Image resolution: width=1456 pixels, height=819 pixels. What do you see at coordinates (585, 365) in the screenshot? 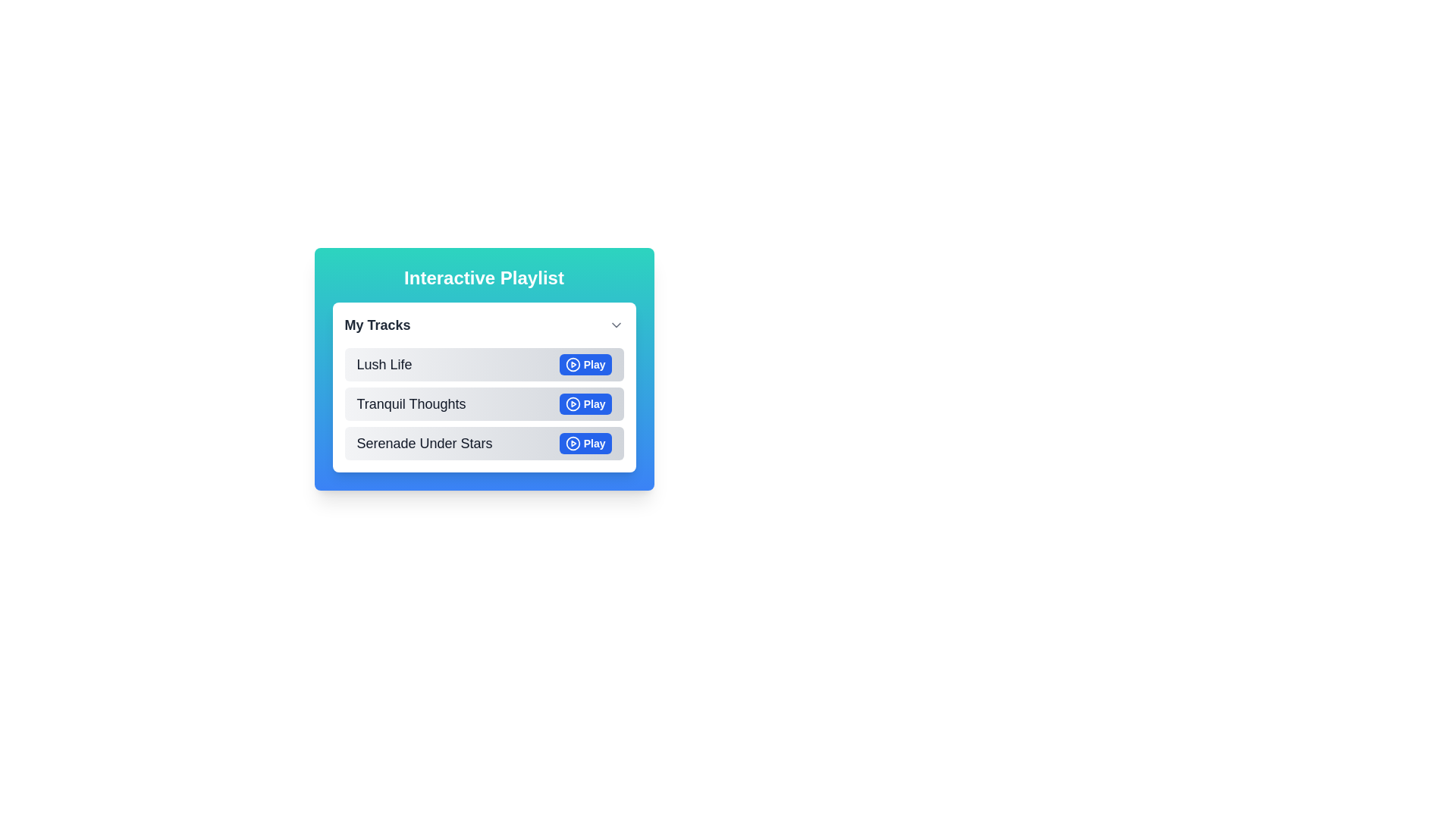
I see `the playback control button for the track 'Lush Life' in the 'My Tracks' section` at bounding box center [585, 365].